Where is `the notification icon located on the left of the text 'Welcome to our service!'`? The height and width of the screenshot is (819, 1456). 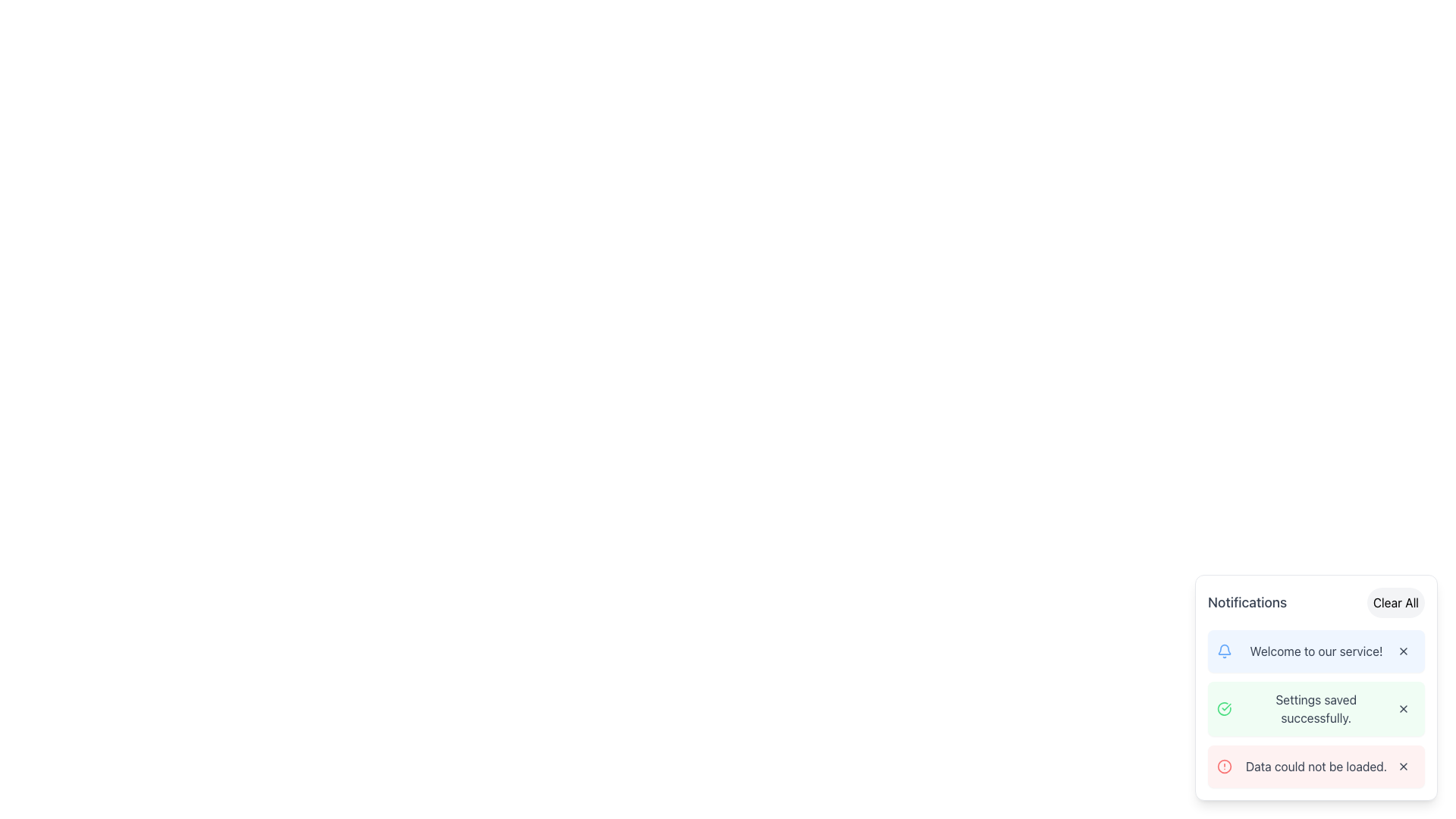
the notification icon located on the left of the text 'Welcome to our service!' is located at coordinates (1224, 651).